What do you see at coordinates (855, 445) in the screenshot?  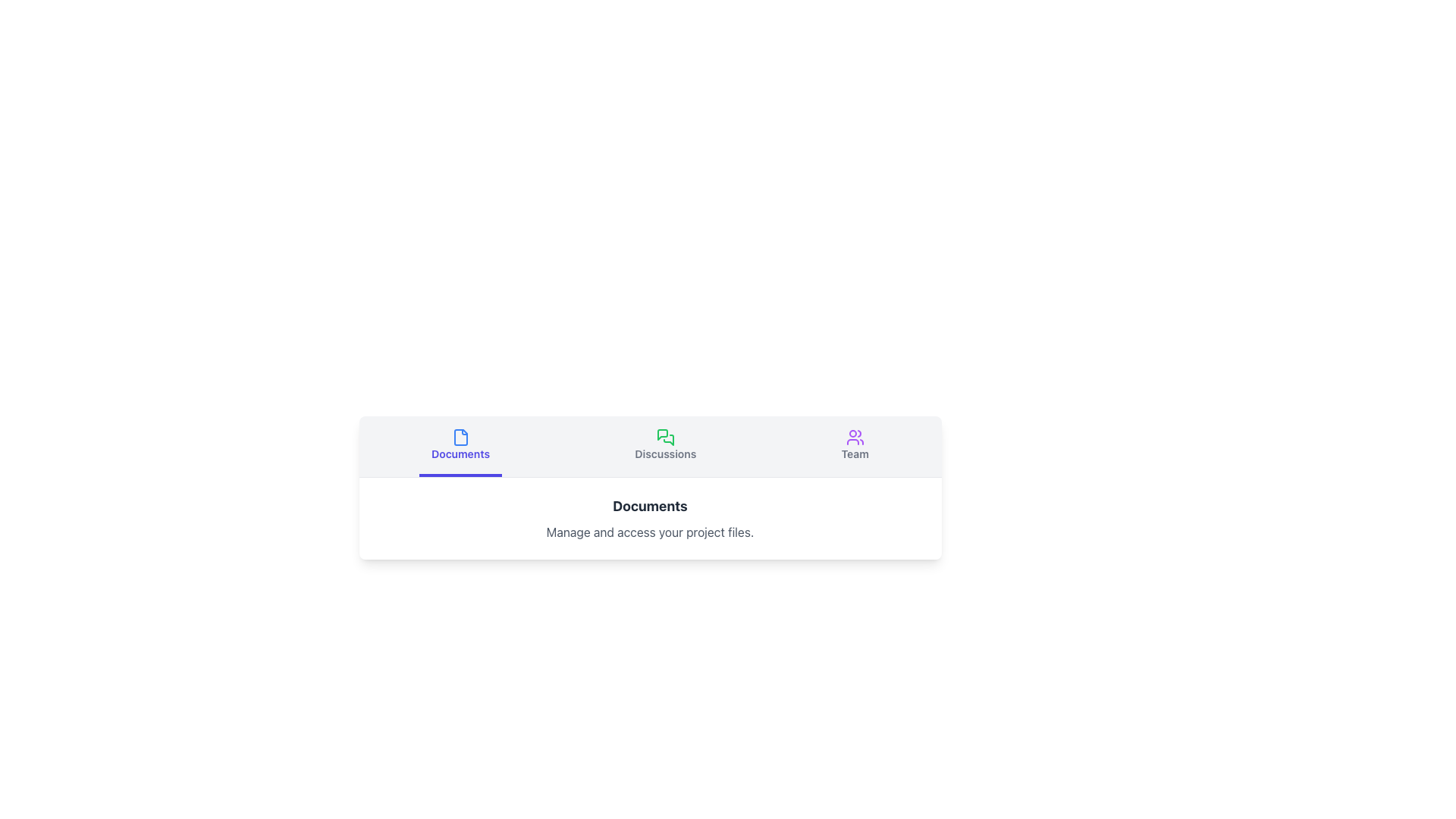 I see `the third button in the horizontal navigation menu labeled 'Team'` at bounding box center [855, 445].